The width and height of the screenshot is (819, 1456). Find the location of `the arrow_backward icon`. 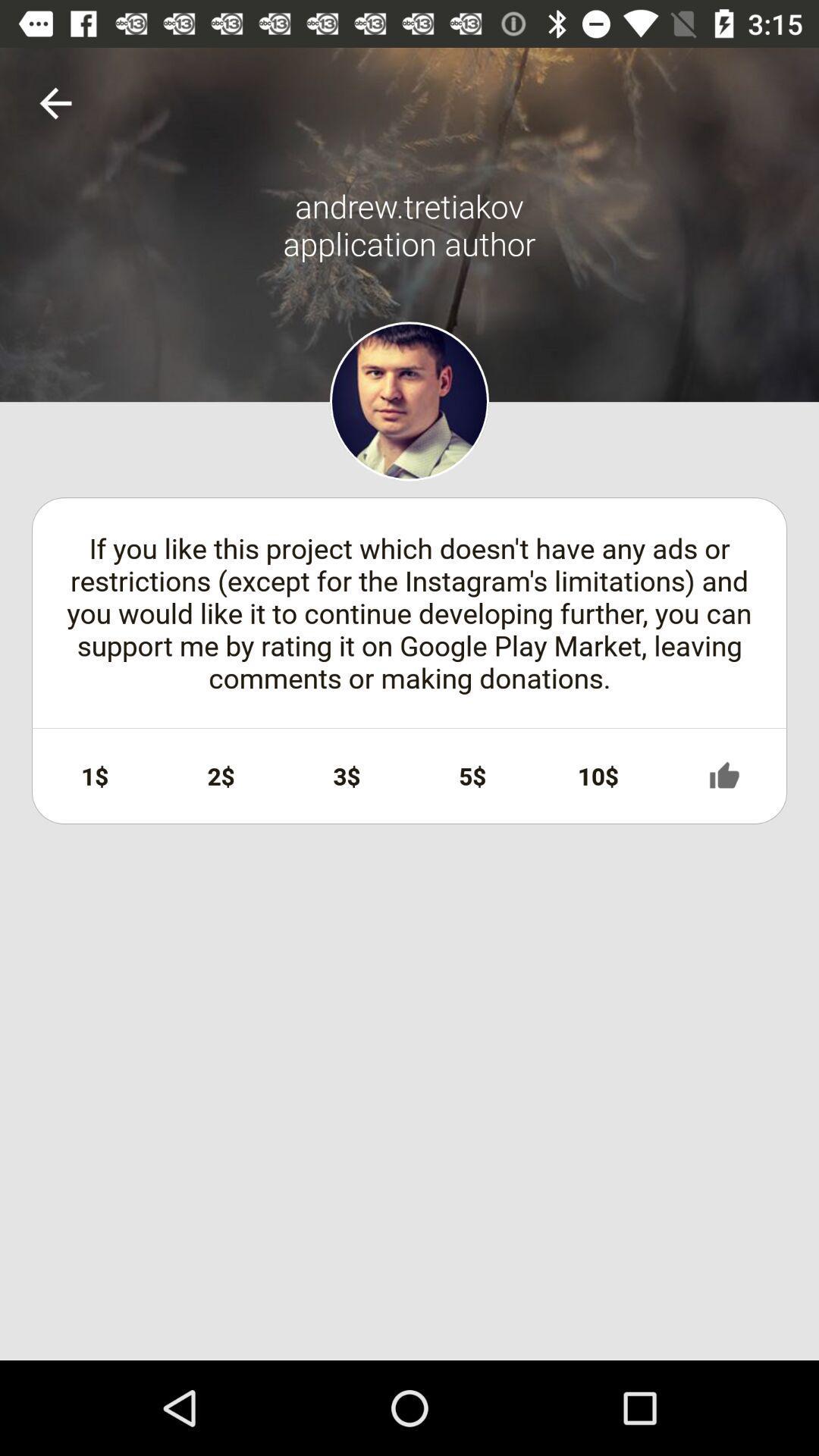

the arrow_backward icon is located at coordinates (55, 102).